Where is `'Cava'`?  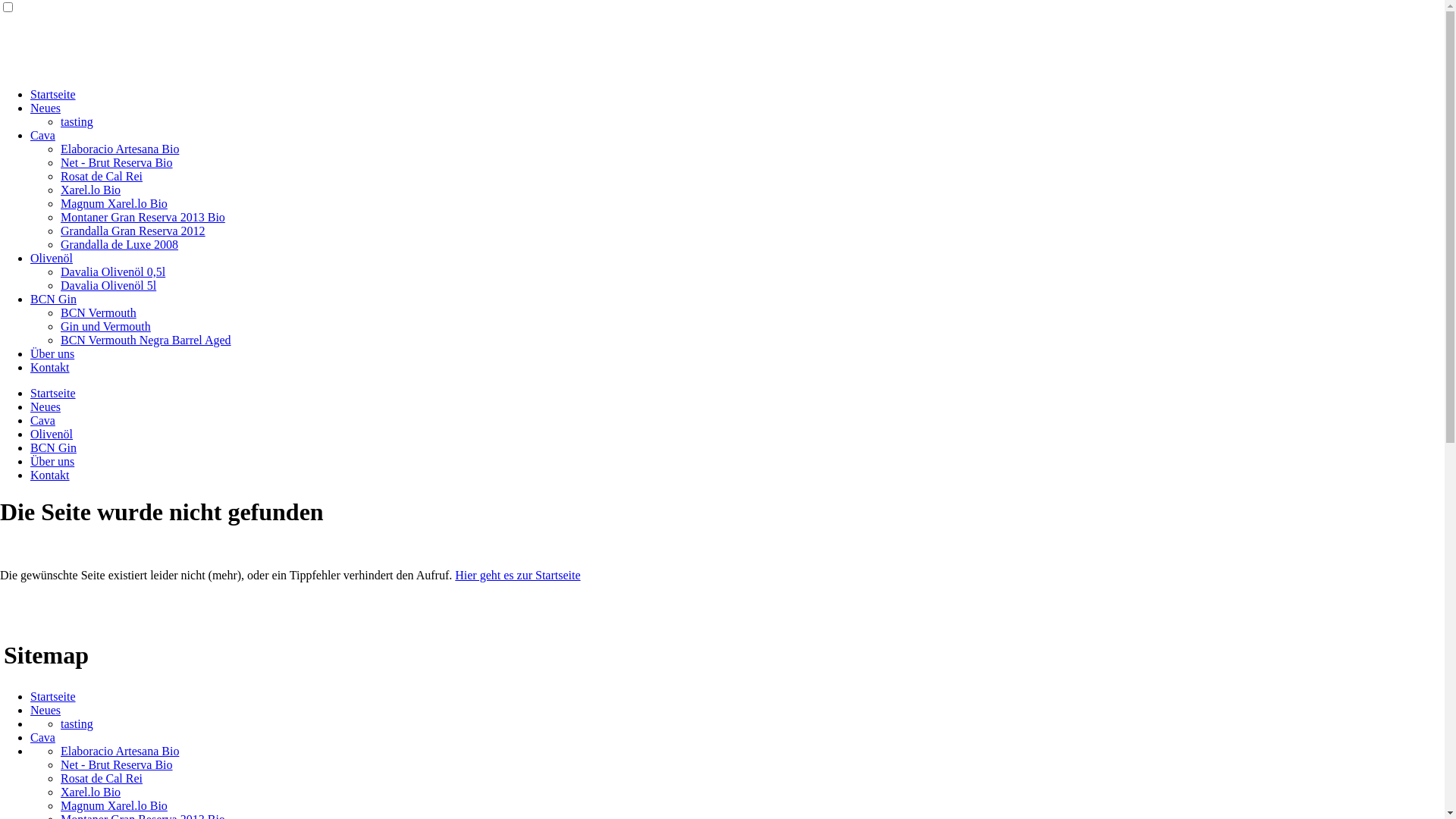 'Cava' is located at coordinates (42, 134).